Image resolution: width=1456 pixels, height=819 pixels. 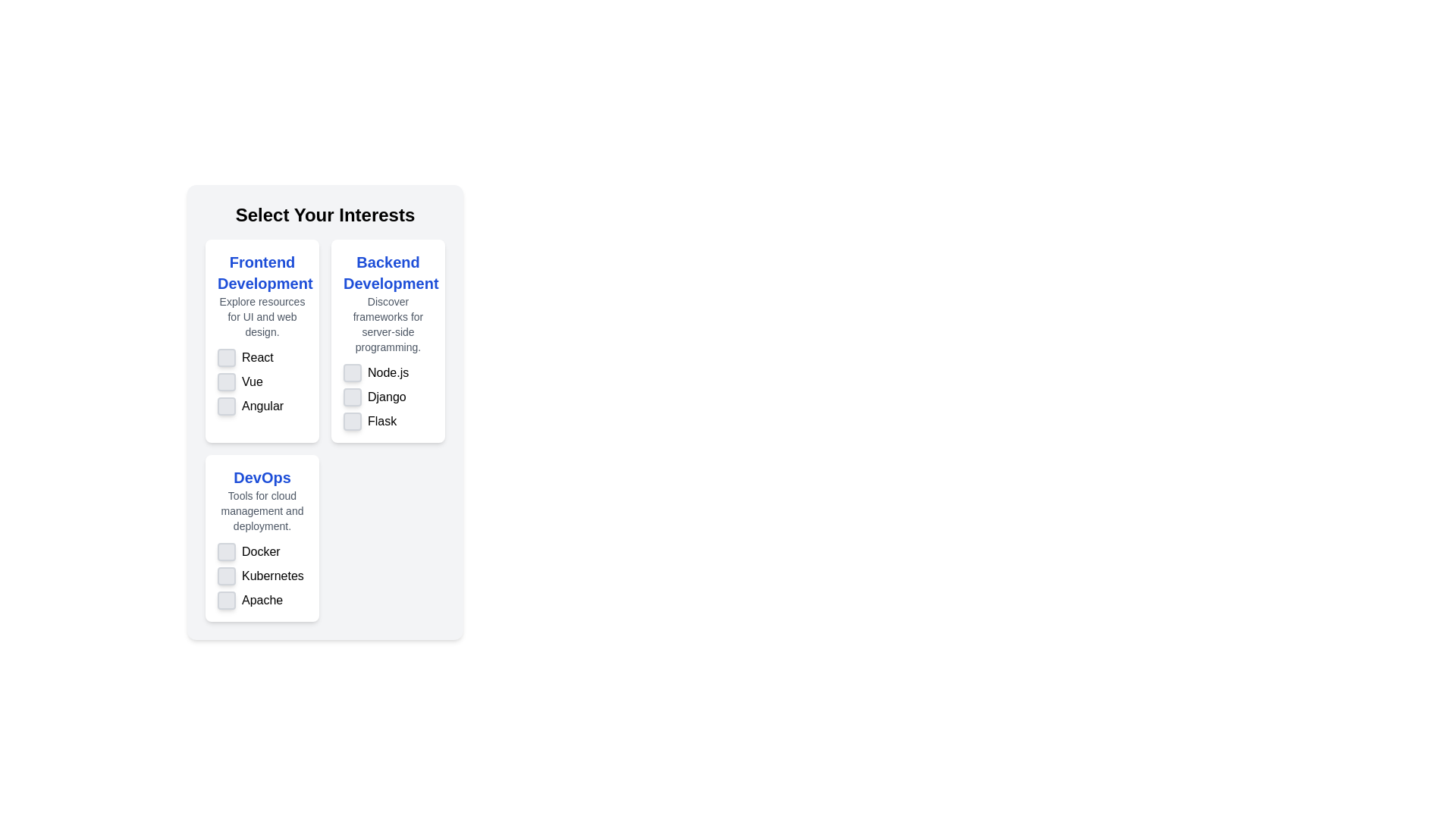 What do you see at coordinates (388, 271) in the screenshot?
I see `the 'Backend Development' header text label, which is displayed in bold blue font at the top of the card in the middle column of the layout` at bounding box center [388, 271].